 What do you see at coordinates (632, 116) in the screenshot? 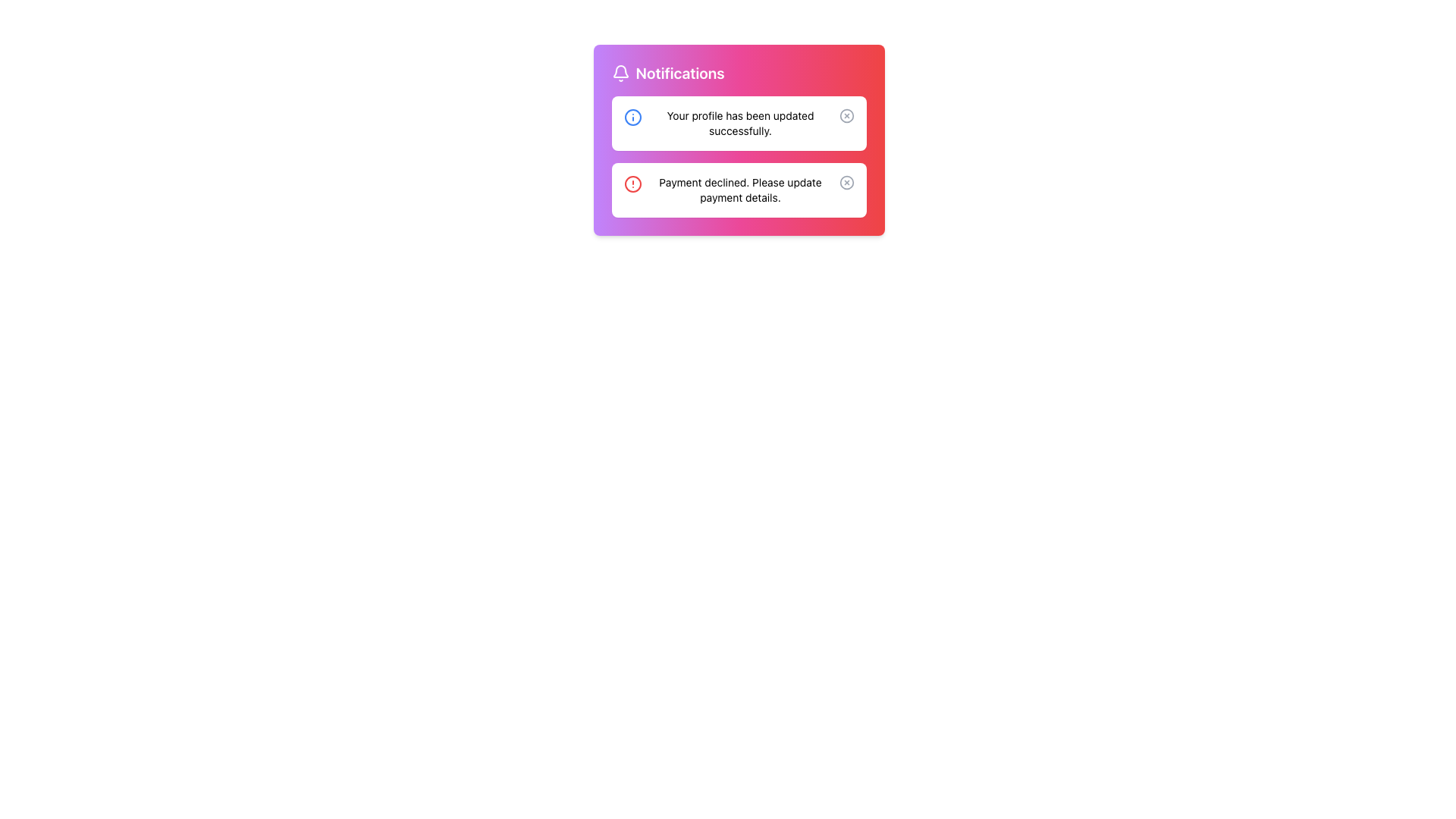
I see `the circular core part of the info icon located to the left of the notification text 'Your profile has been updated successfully.'` at bounding box center [632, 116].